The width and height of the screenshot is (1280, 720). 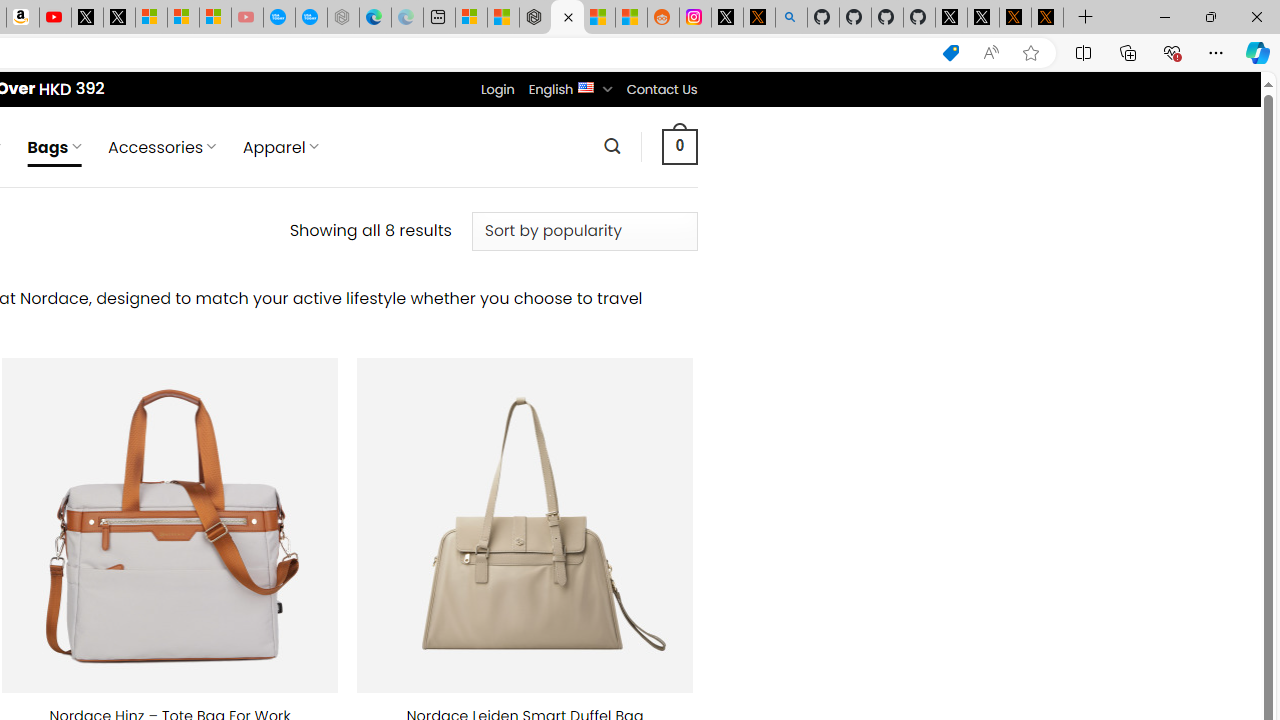 What do you see at coordinates (1046, 17) in the screenshot?
I see `'X Privacy Policy'` at bounding box center [1046, 17].